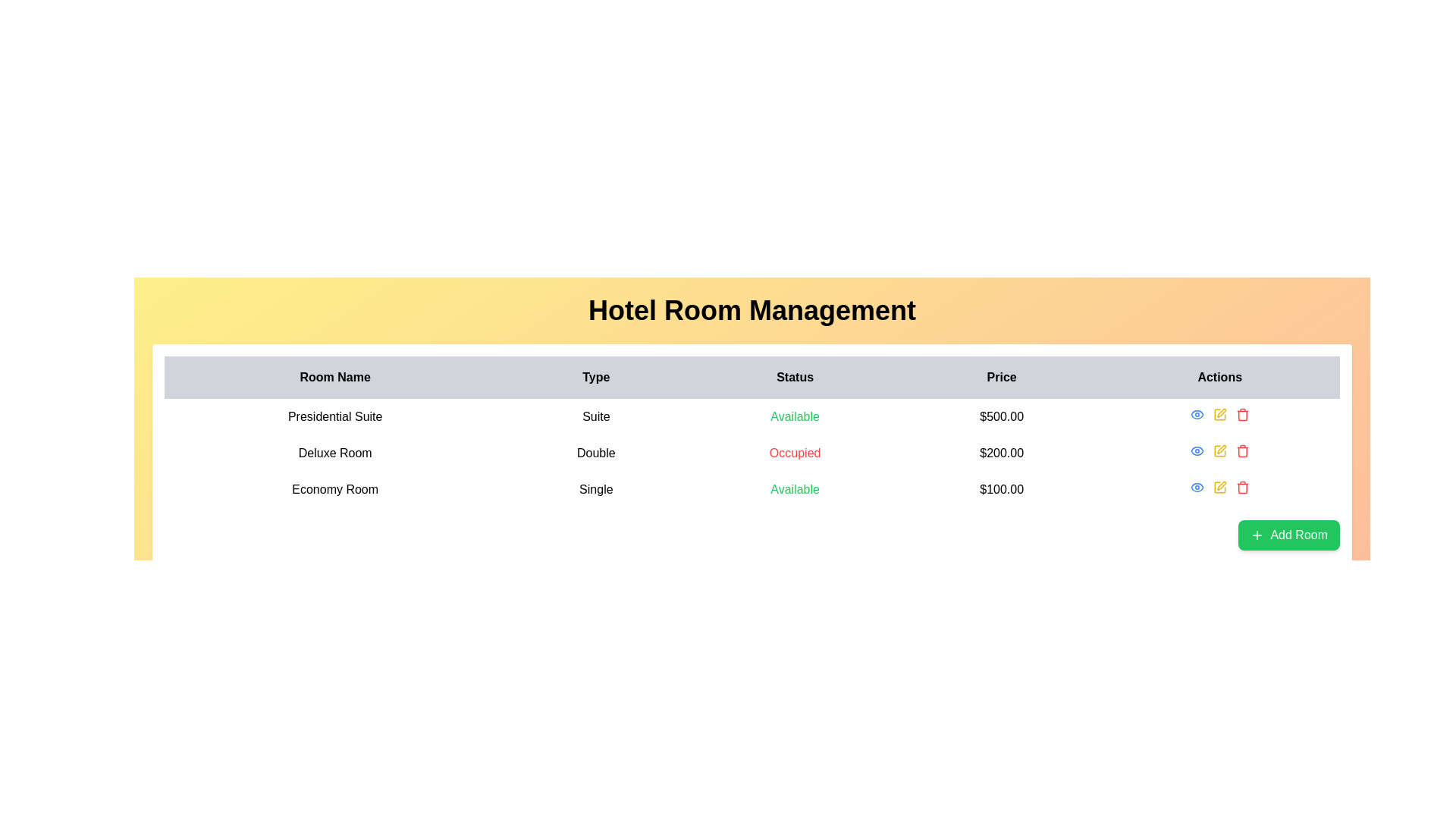 The width and height of the screenshot is (1456, 819). What do you see at coordinates (1196, 415) in the screenshot?
I see `the 'view' button located in the second row under 'Actions' in the table to change its color` at bounding box center [1196, 415].